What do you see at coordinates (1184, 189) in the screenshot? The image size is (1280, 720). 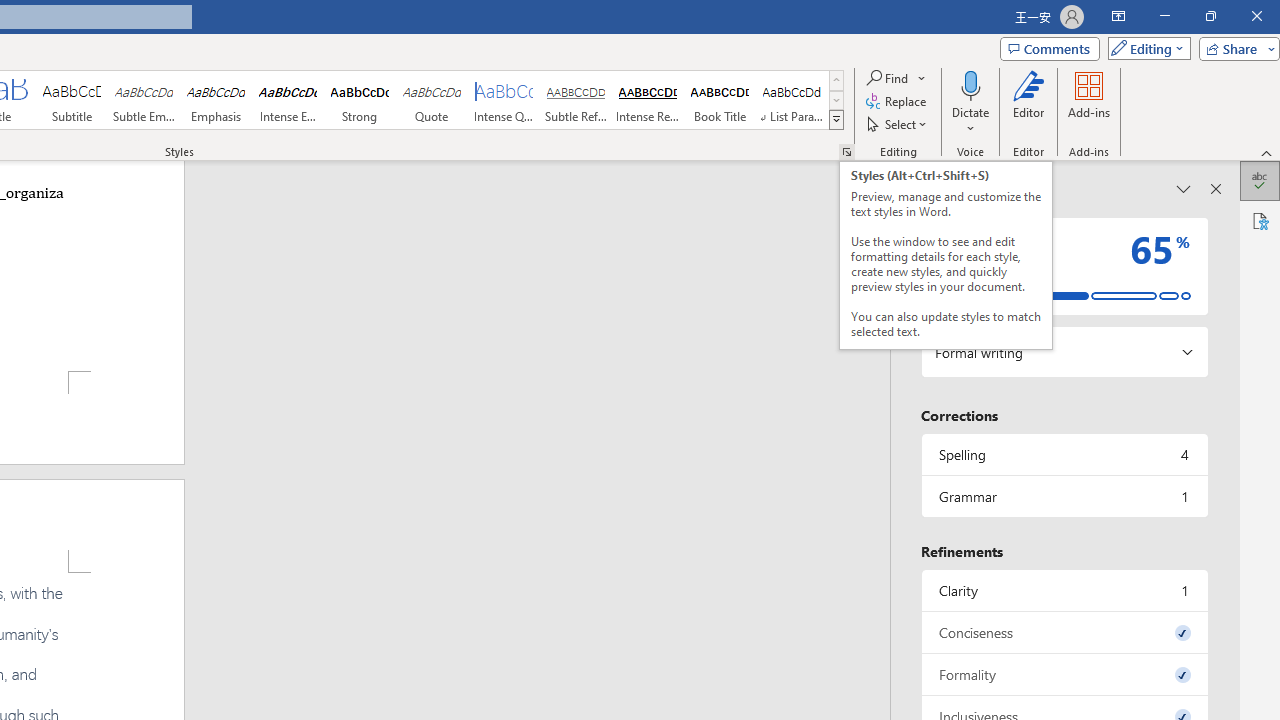 I see `'Task Pane Options'` at bounding box center [1184, 189].